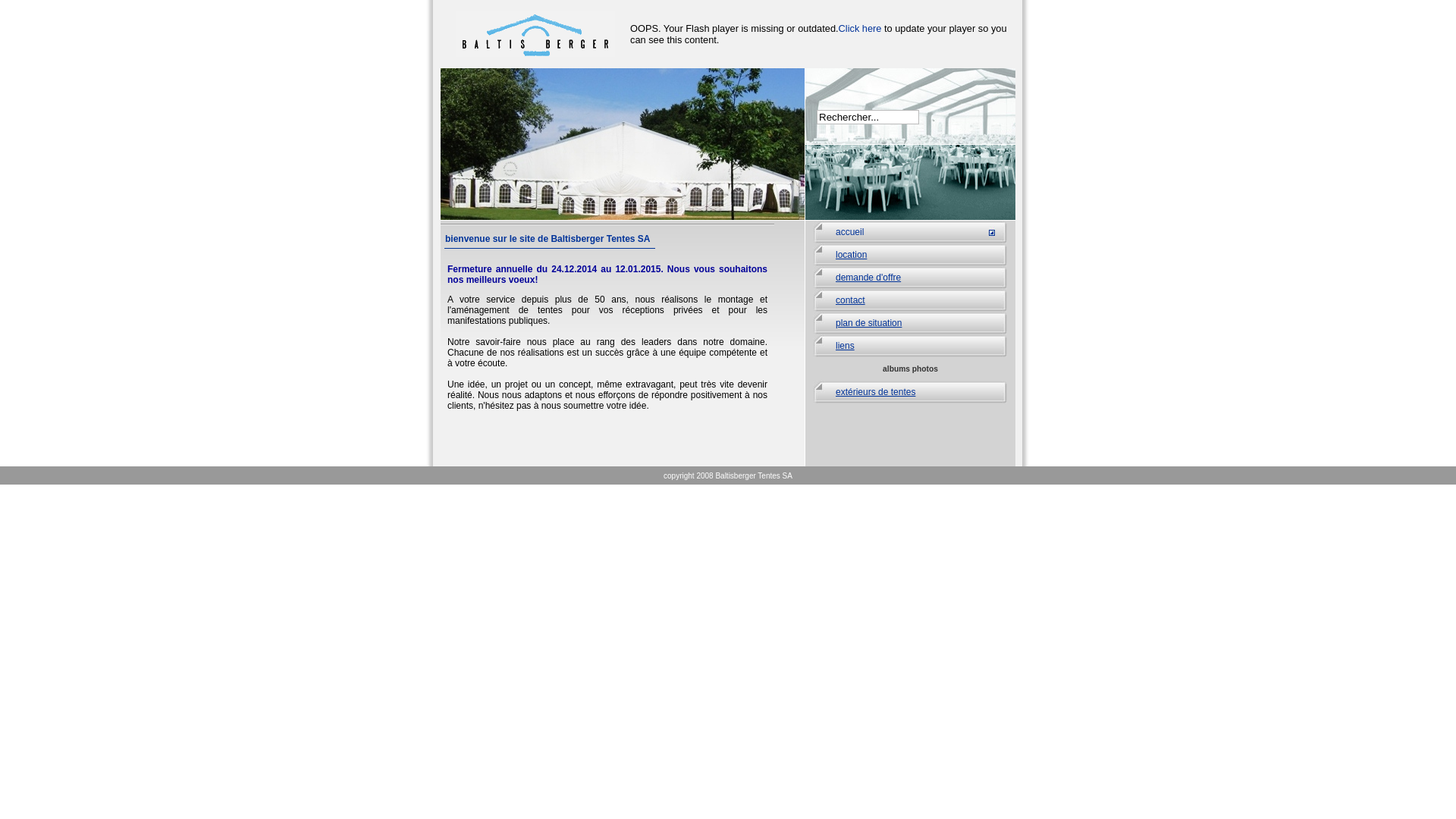 The width and height of the screenshot is (1456, 819). Describe the element at coordinates (837, 28) in the screenshot. I see `'Click here'` at that location.